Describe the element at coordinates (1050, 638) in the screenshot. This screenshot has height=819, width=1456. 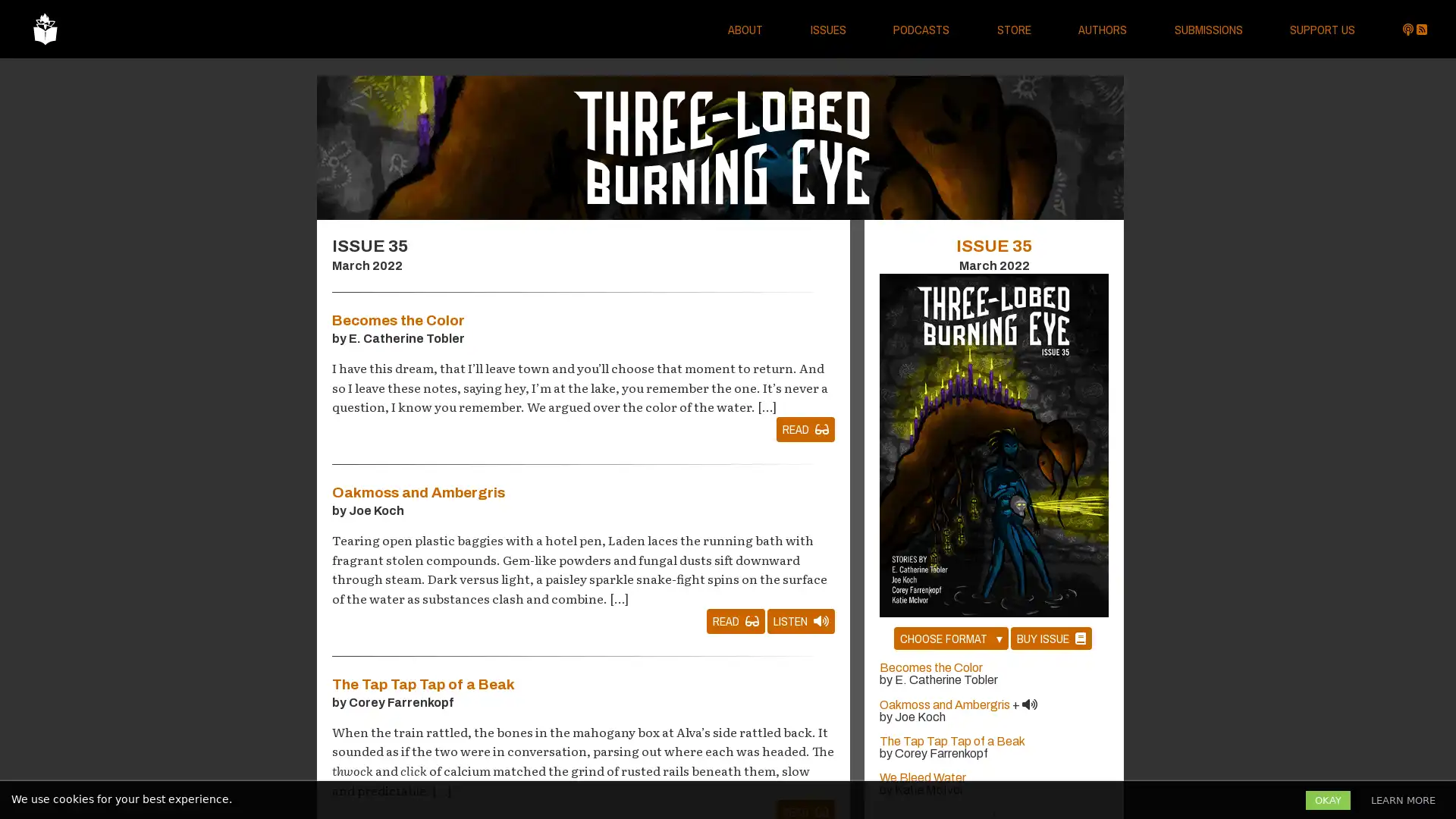
I see `BUY ISSUE` at that location.